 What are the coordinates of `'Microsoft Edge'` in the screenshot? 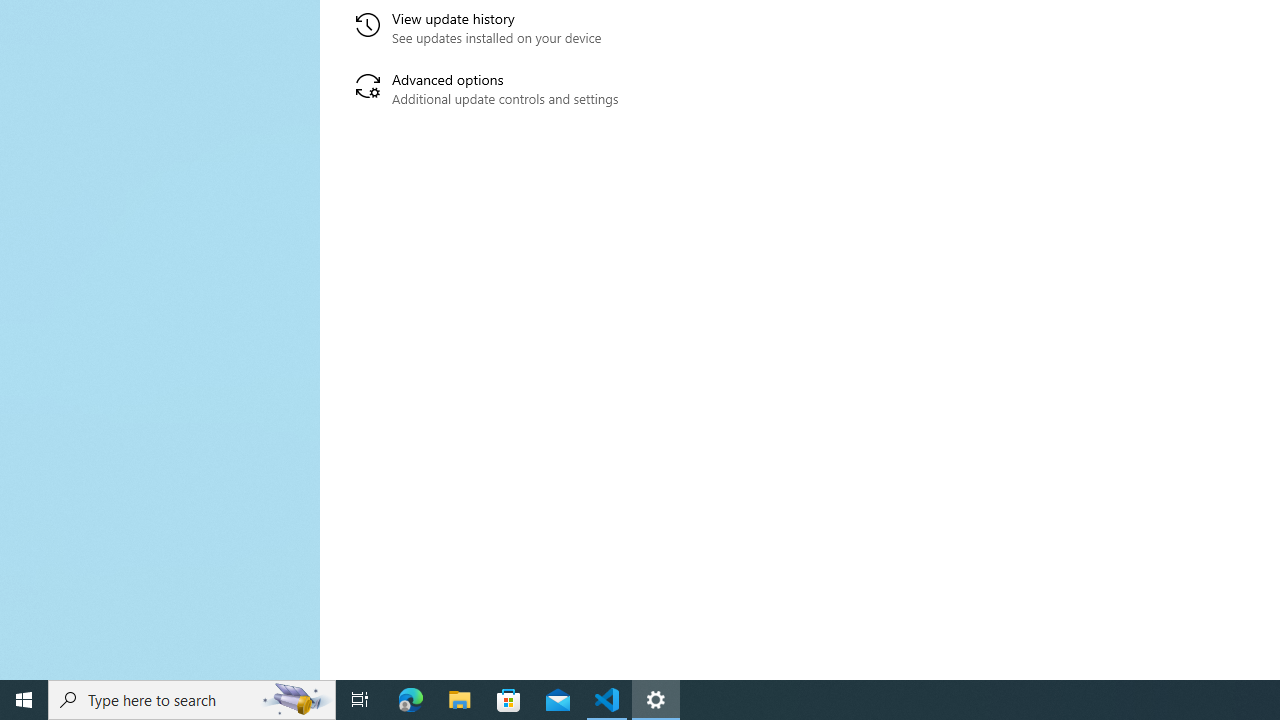 It's located at (410, 698).